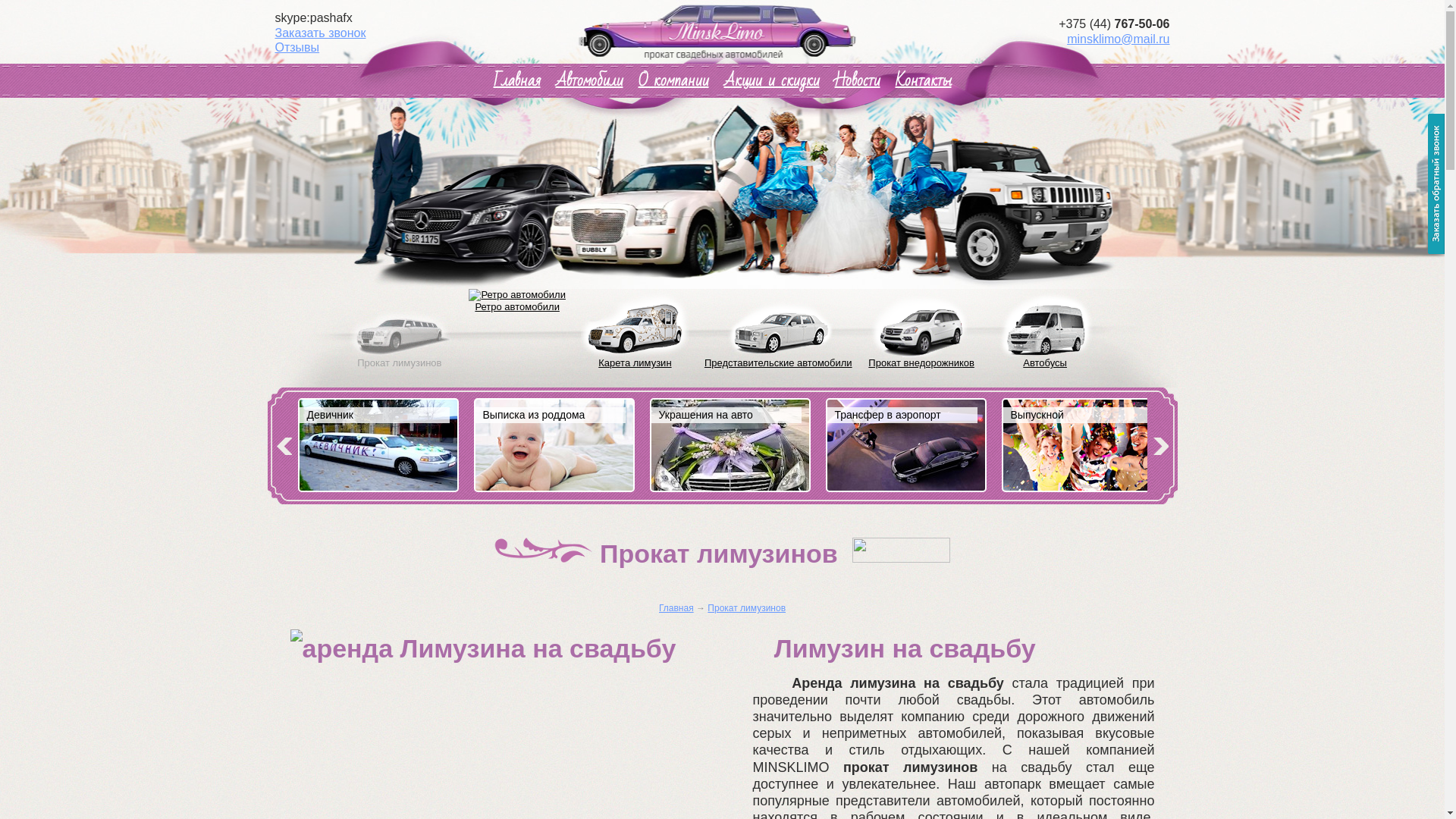 The height and width of the screenshot is (819, 1456). I want to click on '#slide_60', so click(378, 446).